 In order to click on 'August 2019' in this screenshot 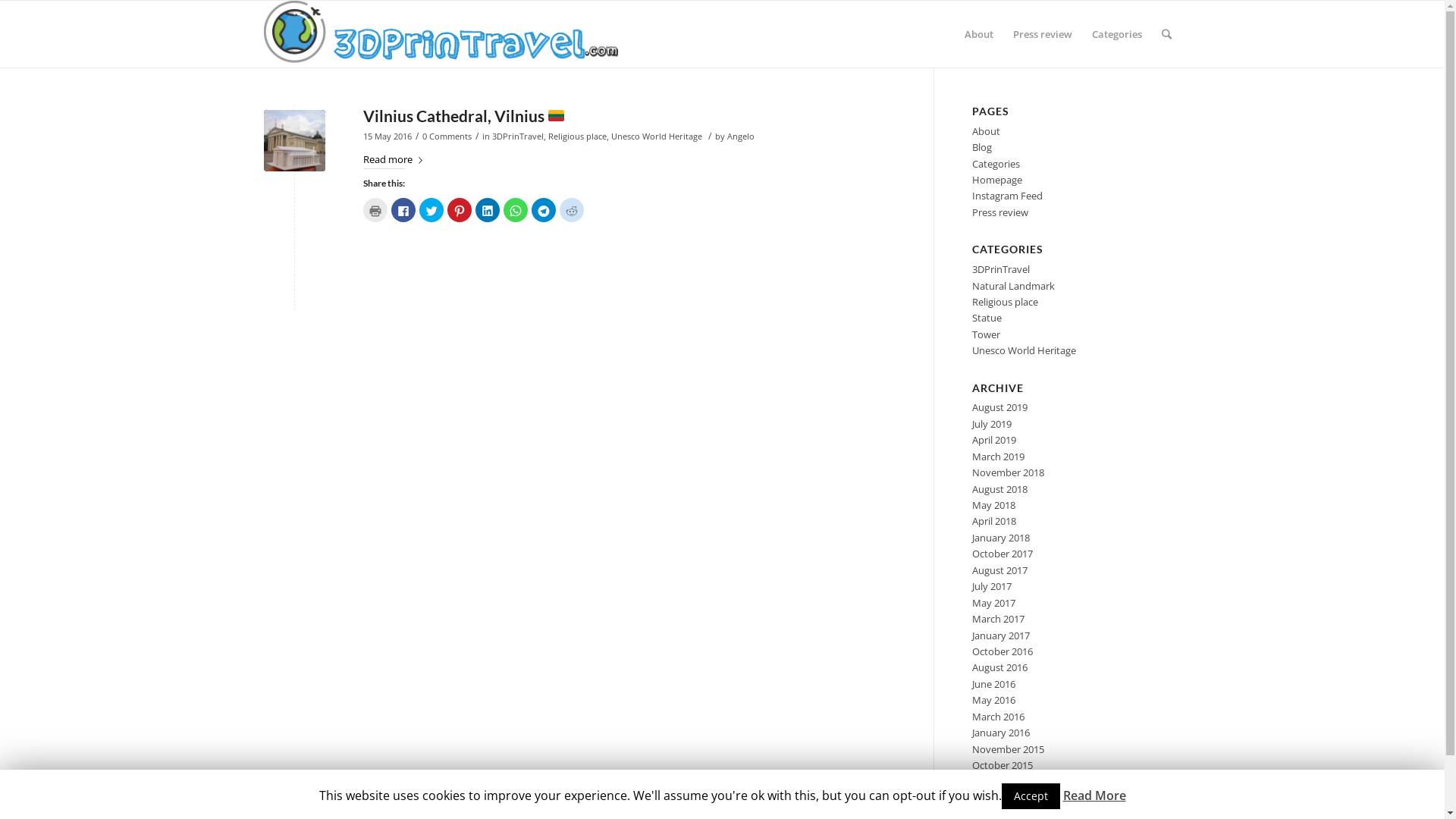, I will do `click(999, 406)`.